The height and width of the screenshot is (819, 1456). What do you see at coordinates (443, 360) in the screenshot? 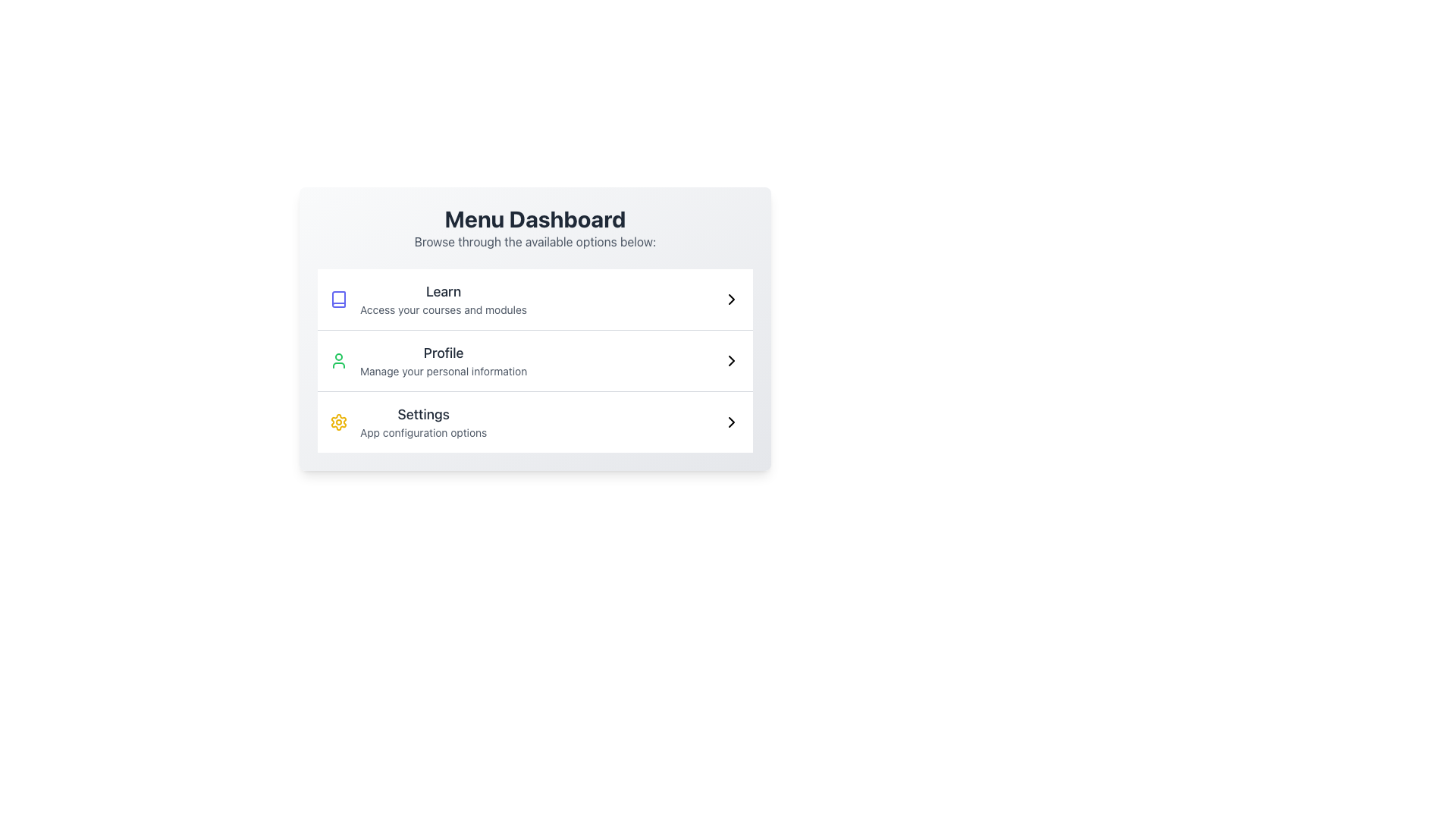
I see `the second clickable menu item in the profile settings` at bounding box center [443, 360].